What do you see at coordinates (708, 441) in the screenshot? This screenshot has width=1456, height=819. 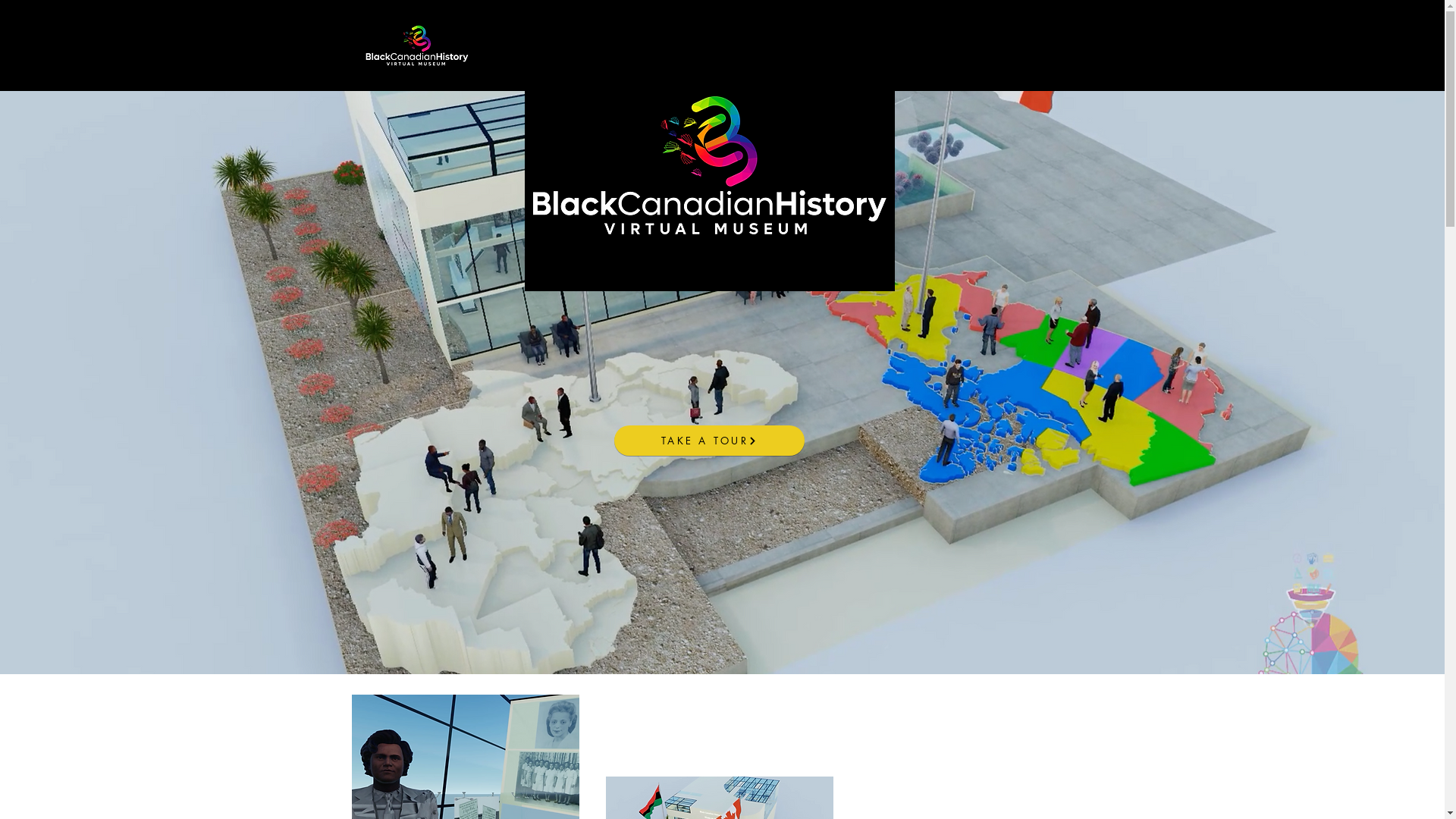 I see `'TAKE A TOUR'` at bounding box center [708, 441].